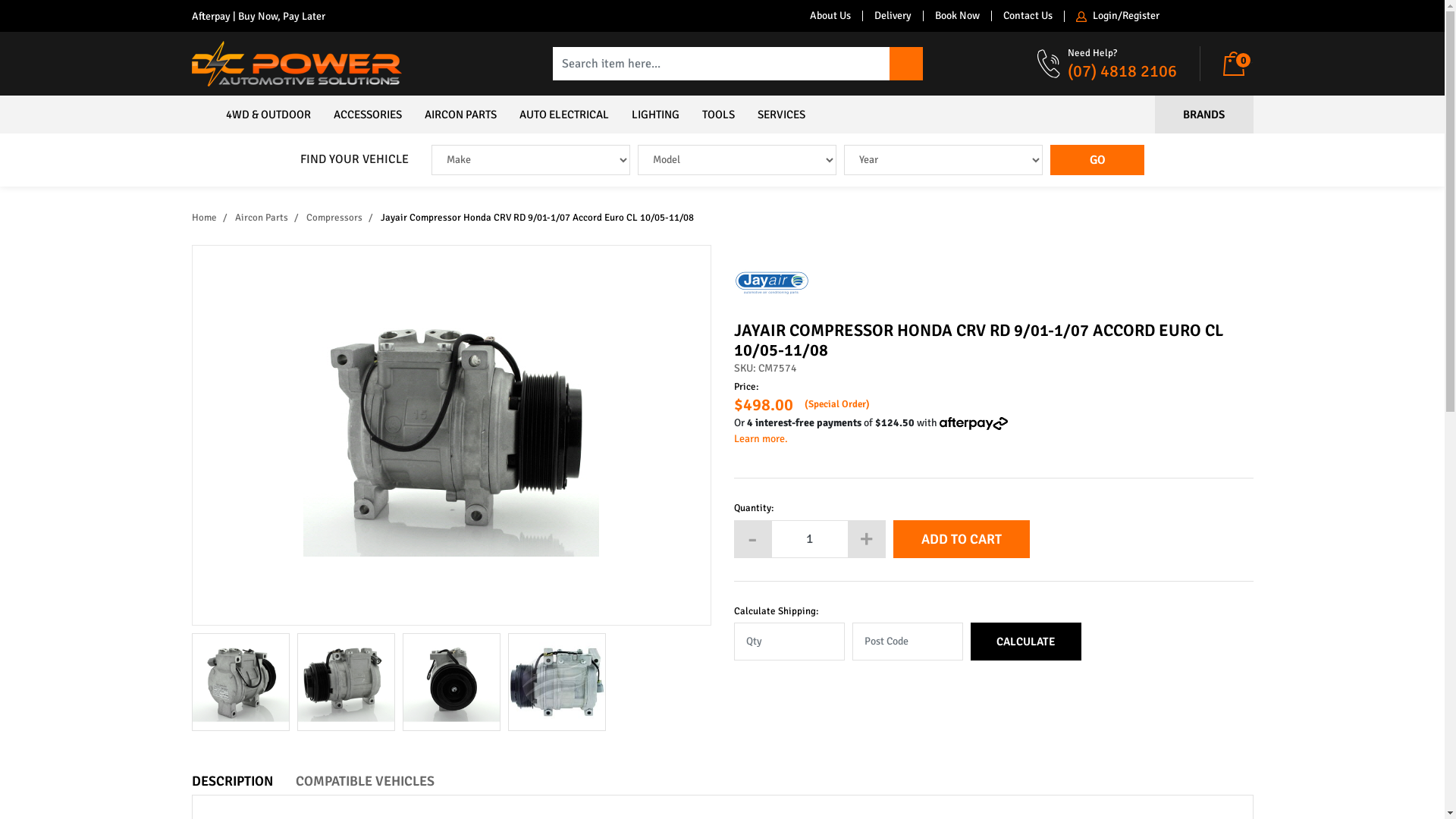  I want to click on 'Search', so click(906, 63).